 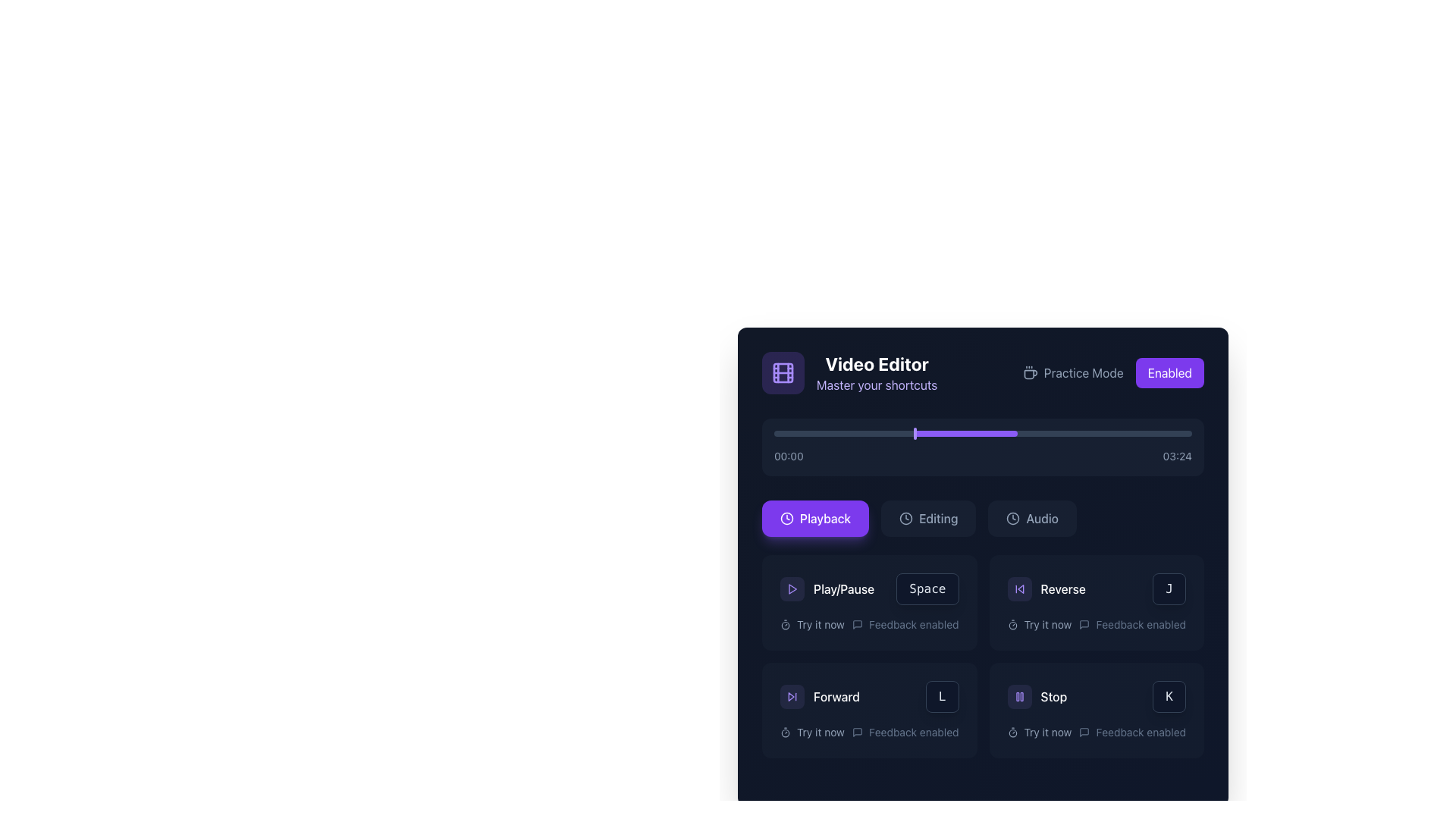 I want to click on the reverse control icon located in the 'Reverse' section of the interface, positioned to the left of the label 'Reverse', so click(x=1019, y=588).